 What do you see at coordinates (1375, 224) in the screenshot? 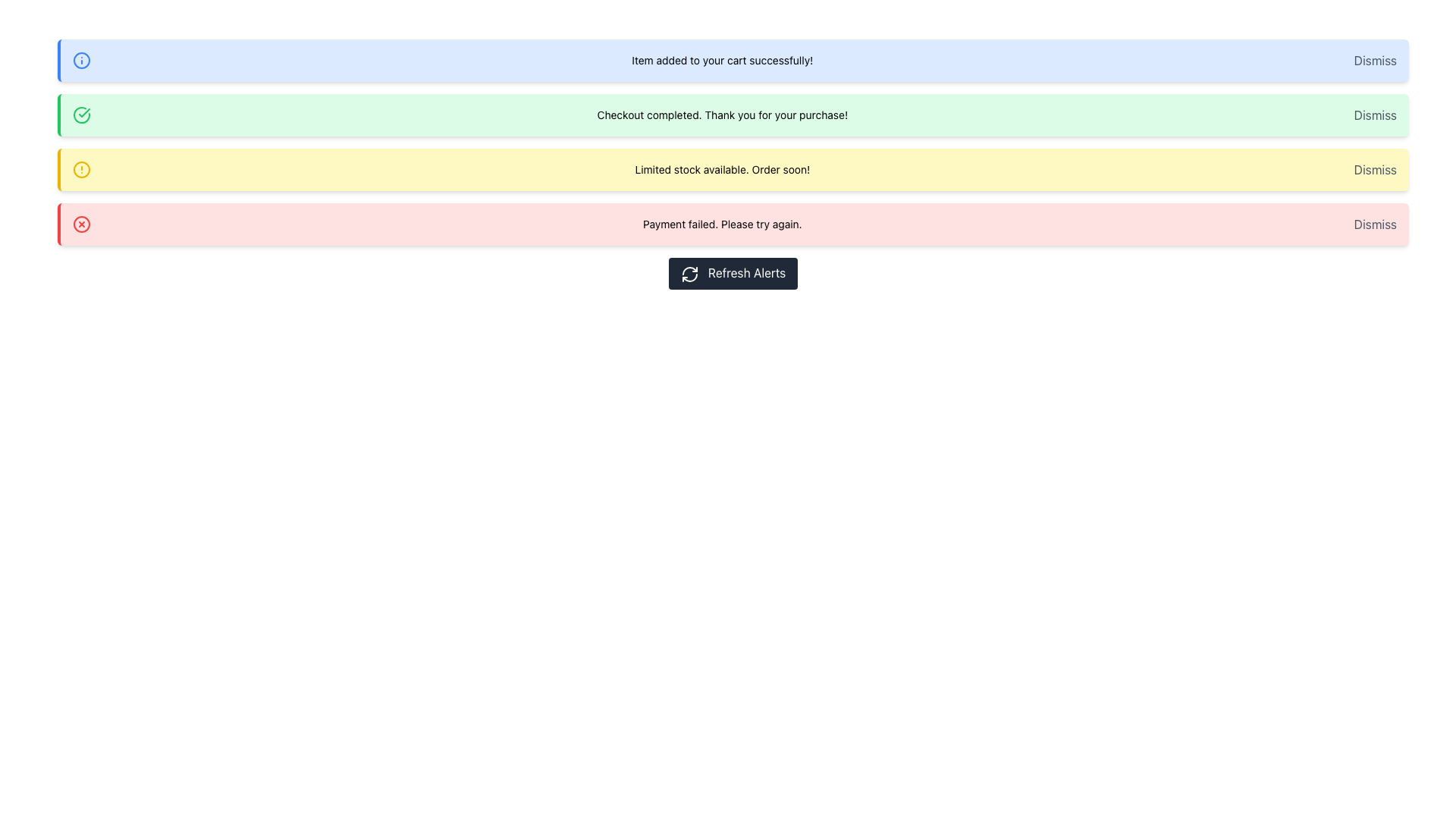
I see `the 'Dismiss' button, which is styled in gray and located at the far right of the red alert box labeled 'Payment failed. Please try again.'` at bounding box center [1375, 224].